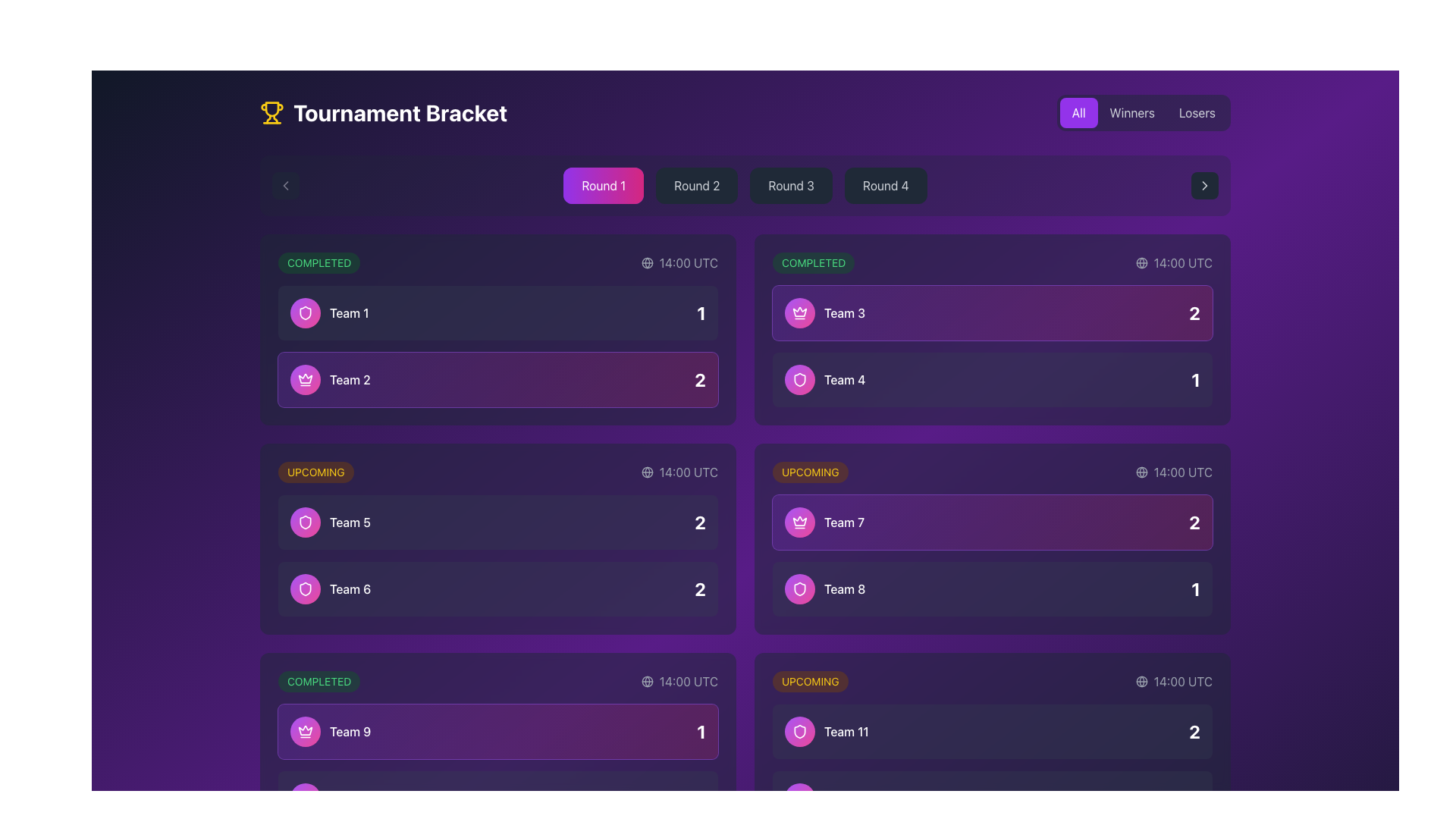  What do you see at coordinates (1197, 112) in the screenshot?
I see `the 'Losers' button, which is the third button in a row of three options ('All', 'Winners', 'Losers') located in the top-right corner of the interface, to filter the view` at bounding box center [1197, 112].